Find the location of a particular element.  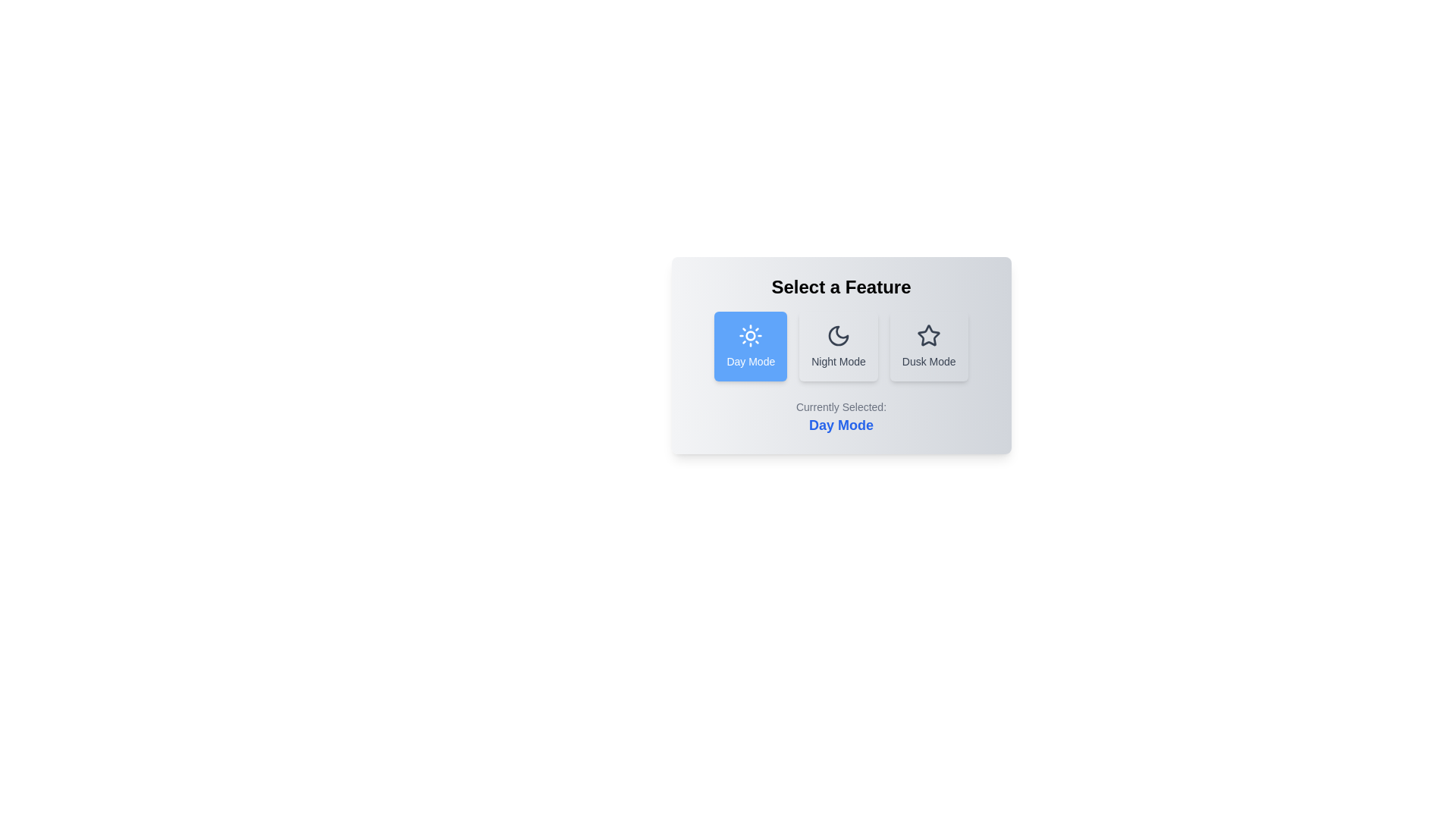

the icon of the button labeled Dusk Mode is located at coordinates (928, 335).